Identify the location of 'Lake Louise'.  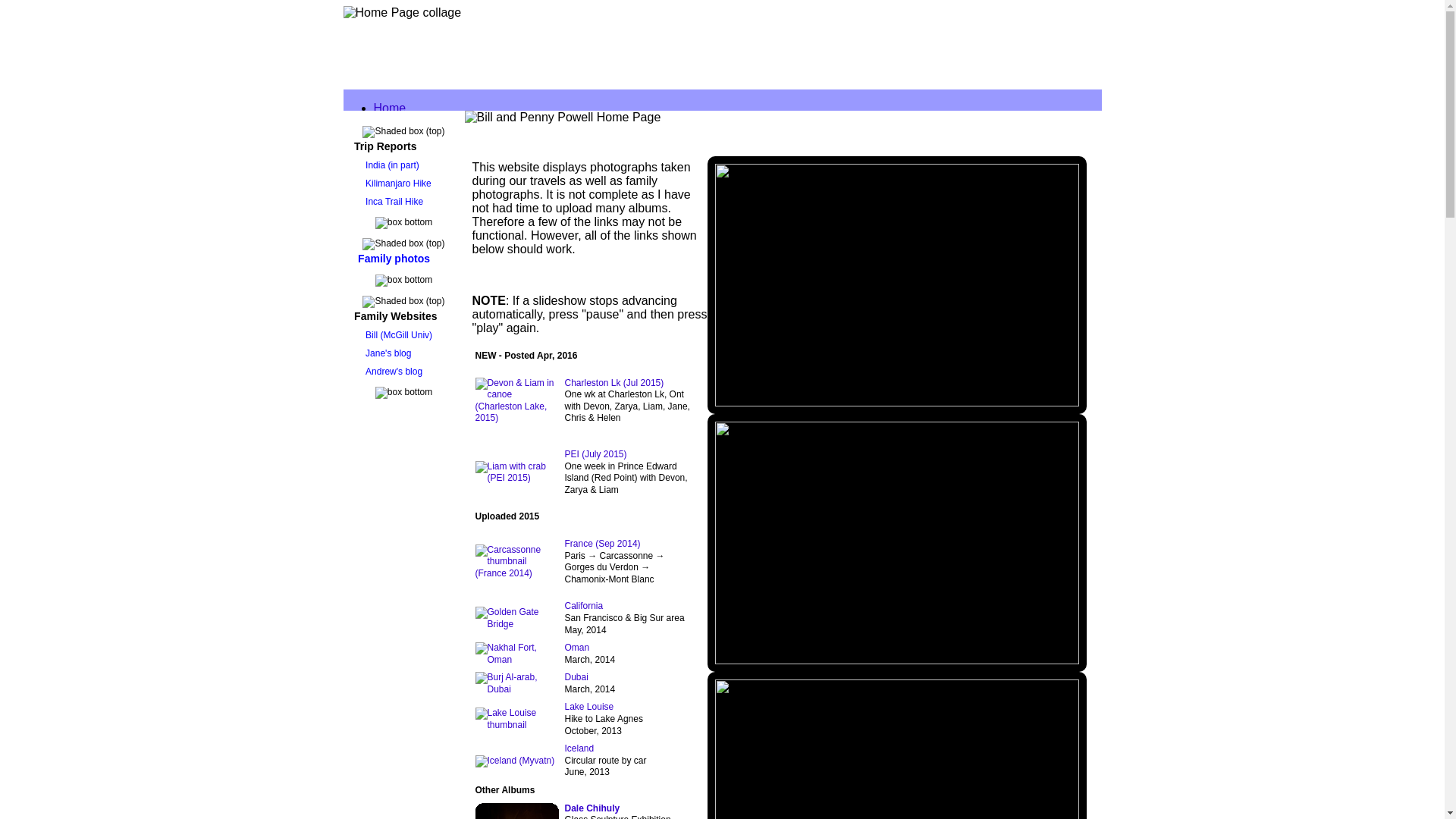
(588, 707).